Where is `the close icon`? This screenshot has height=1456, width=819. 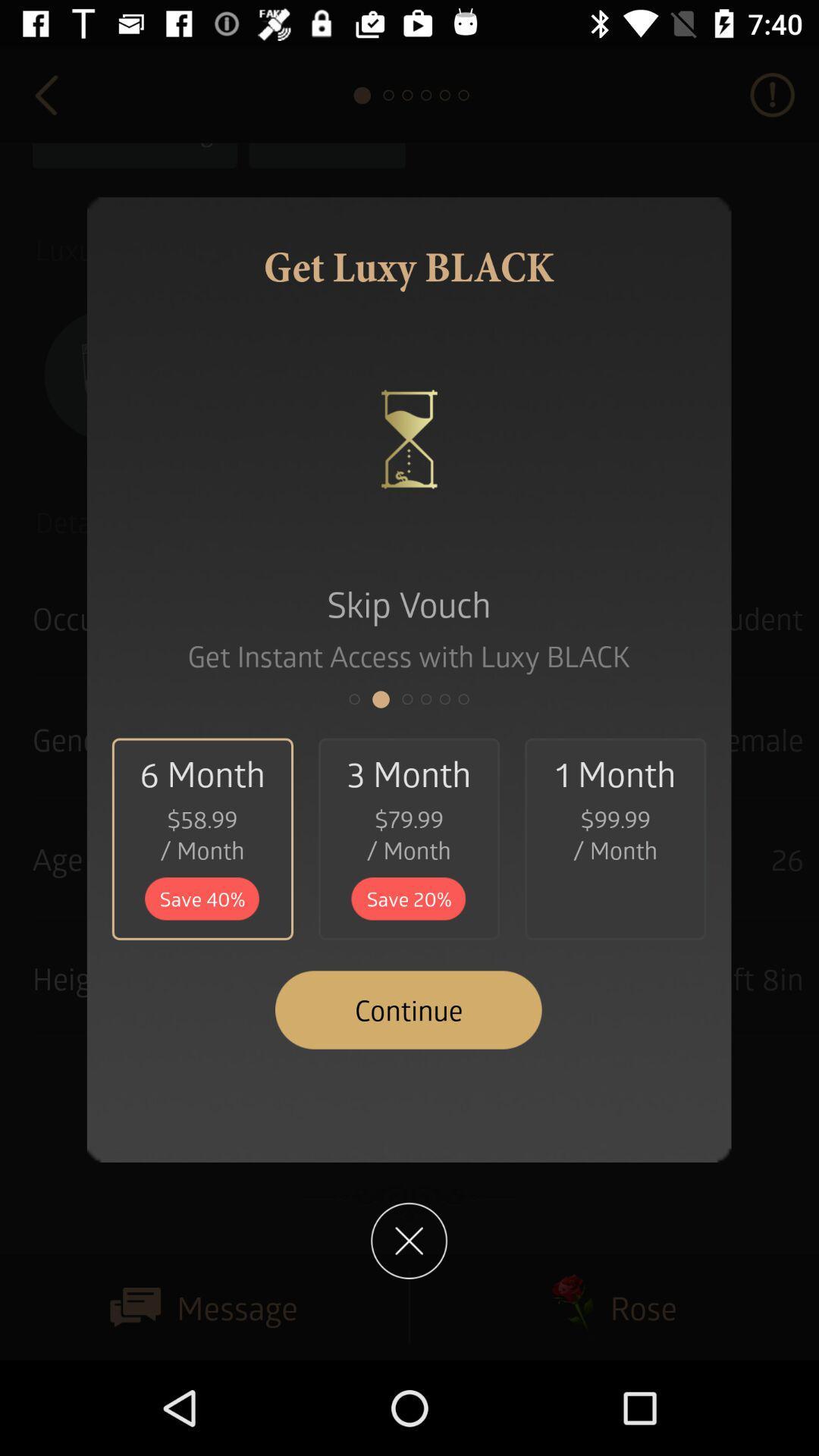 the close icon is located at coordinates (408, 1241).